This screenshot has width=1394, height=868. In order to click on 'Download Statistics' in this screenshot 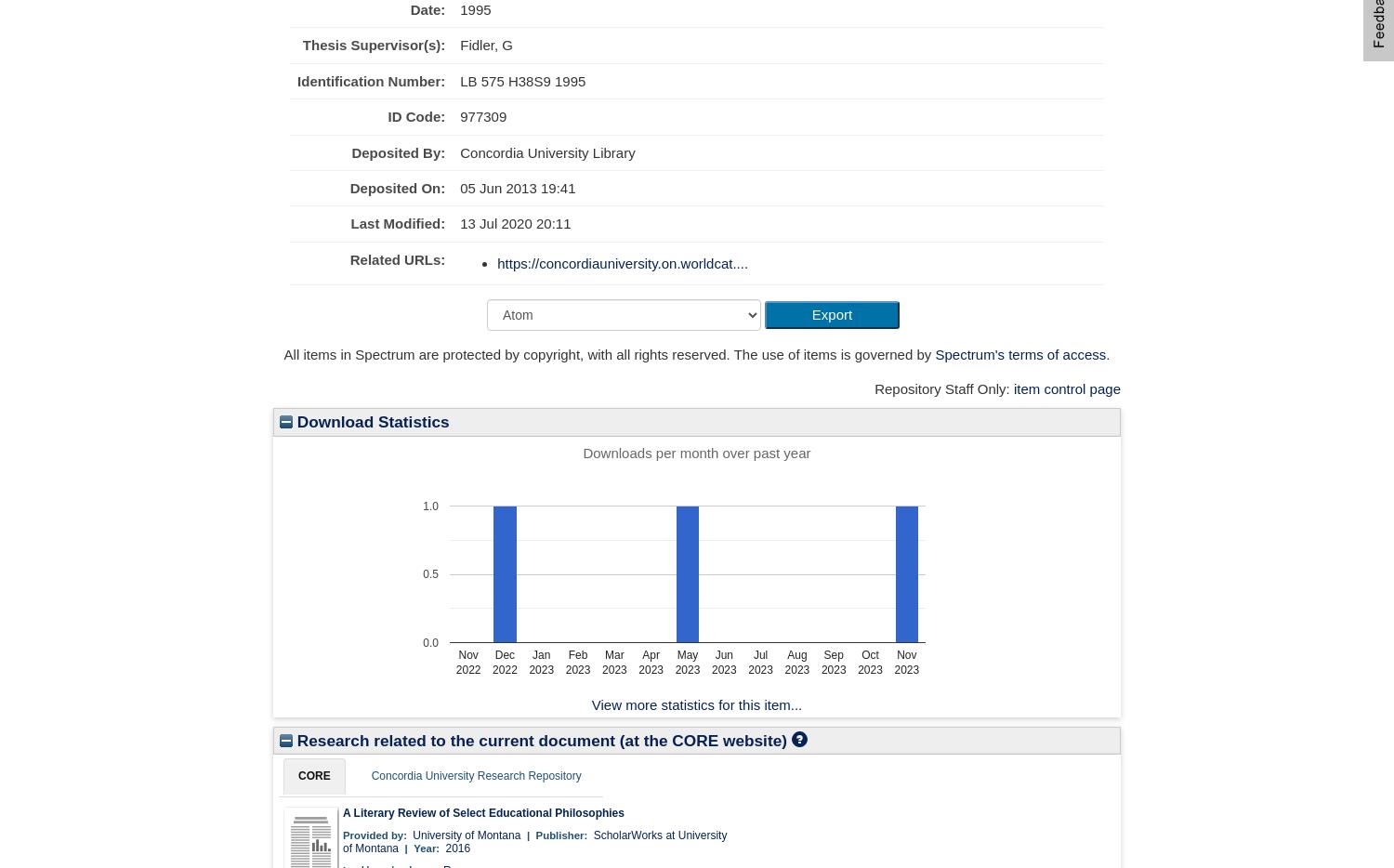, I will do `click(371, 422)`.